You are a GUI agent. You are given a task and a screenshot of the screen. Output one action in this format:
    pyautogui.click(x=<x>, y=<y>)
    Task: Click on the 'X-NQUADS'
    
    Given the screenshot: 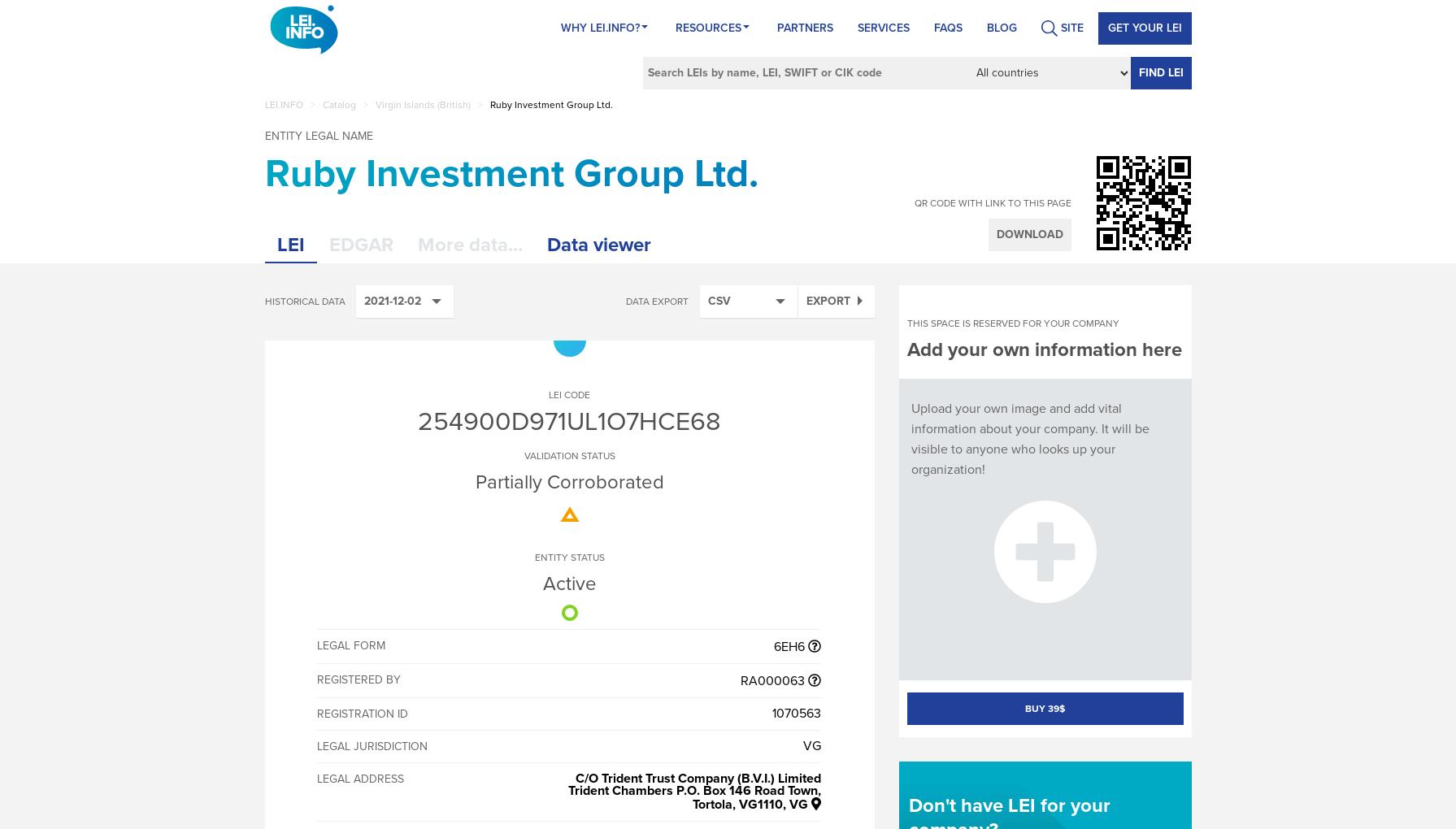 What is the action you would take?
    pyautogui.click(x=736, y=788)
    